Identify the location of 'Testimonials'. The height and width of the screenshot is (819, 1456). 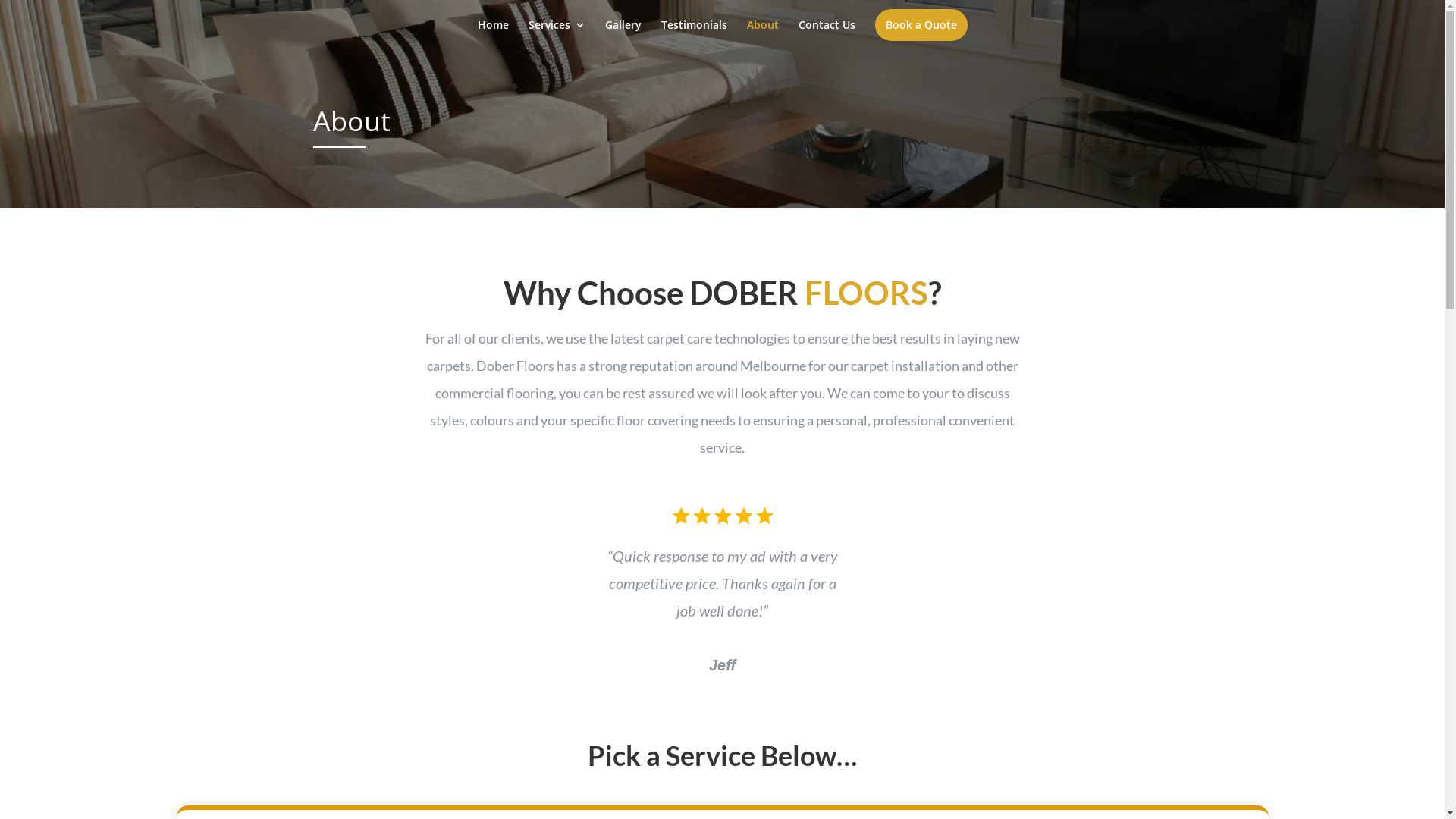
(693, 34).